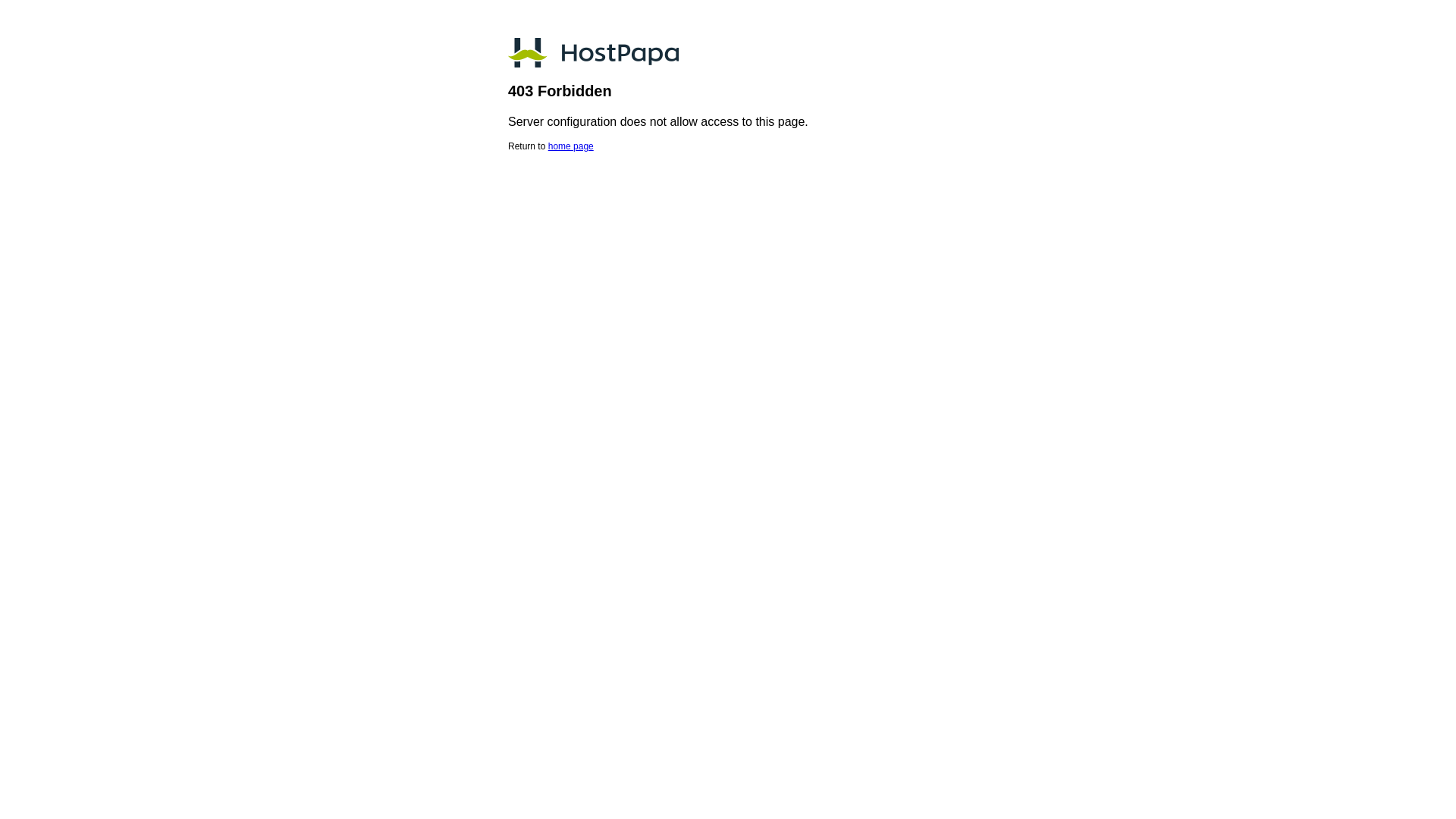  What do you see at coordinates (570, 146) in the screenshot?
I see `'home page'` at bounding box center [570, 146].